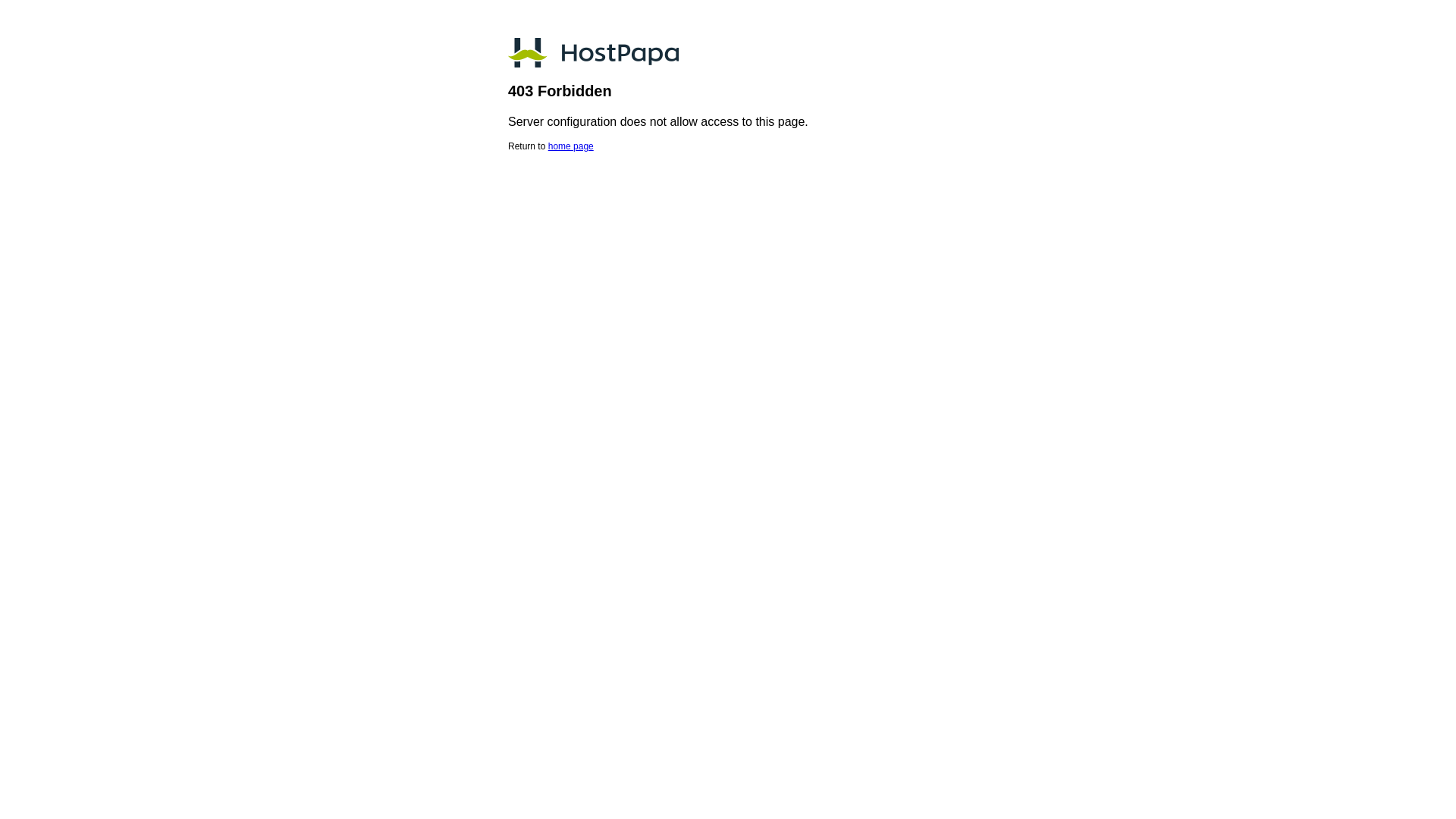  What do you see at coordinates (570, 146) in the screenshot?
I see `'home page'` at bounding box center [570, 146].